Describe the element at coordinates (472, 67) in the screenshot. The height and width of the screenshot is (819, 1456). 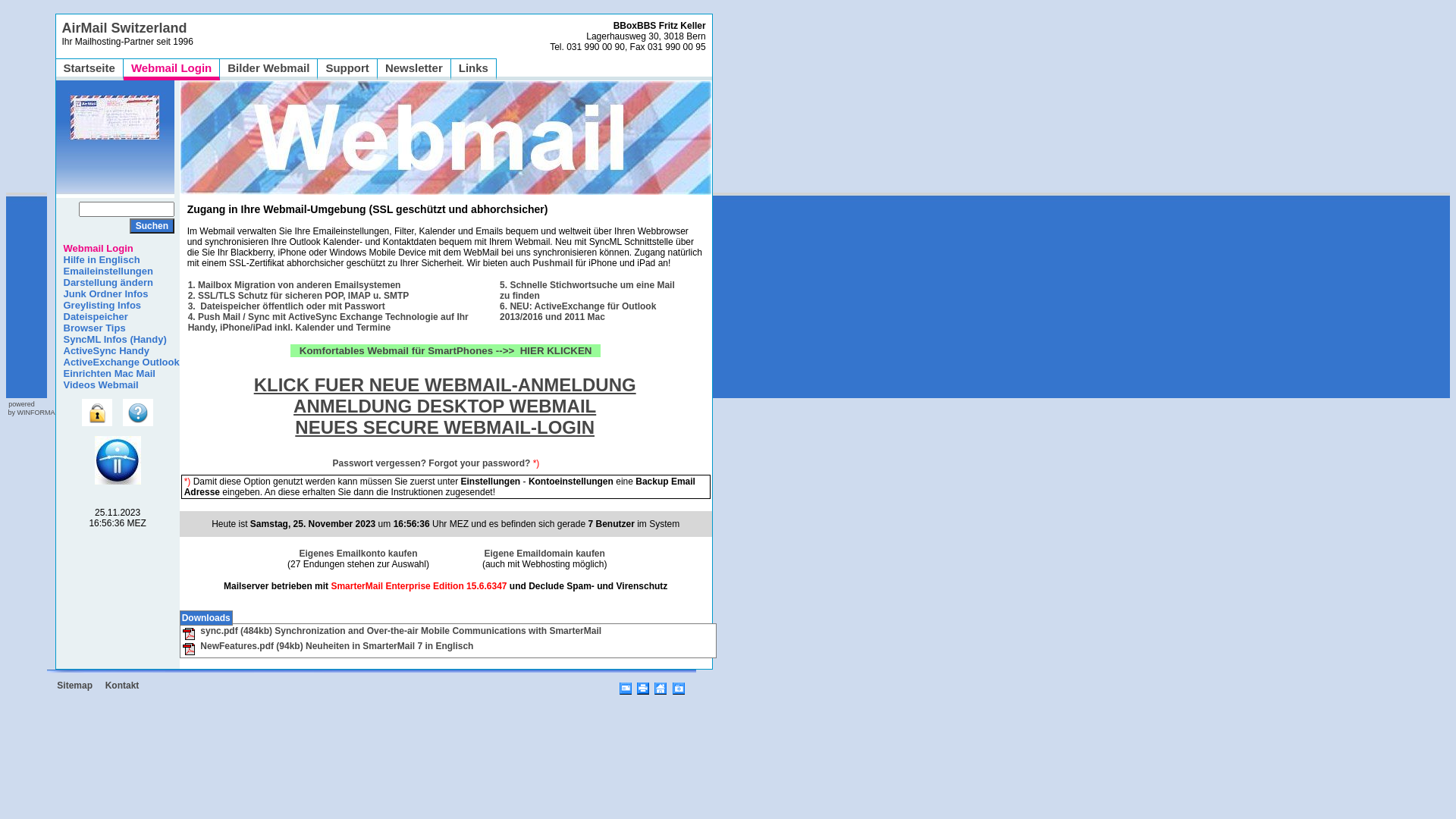
I see `'Links'` at that location.